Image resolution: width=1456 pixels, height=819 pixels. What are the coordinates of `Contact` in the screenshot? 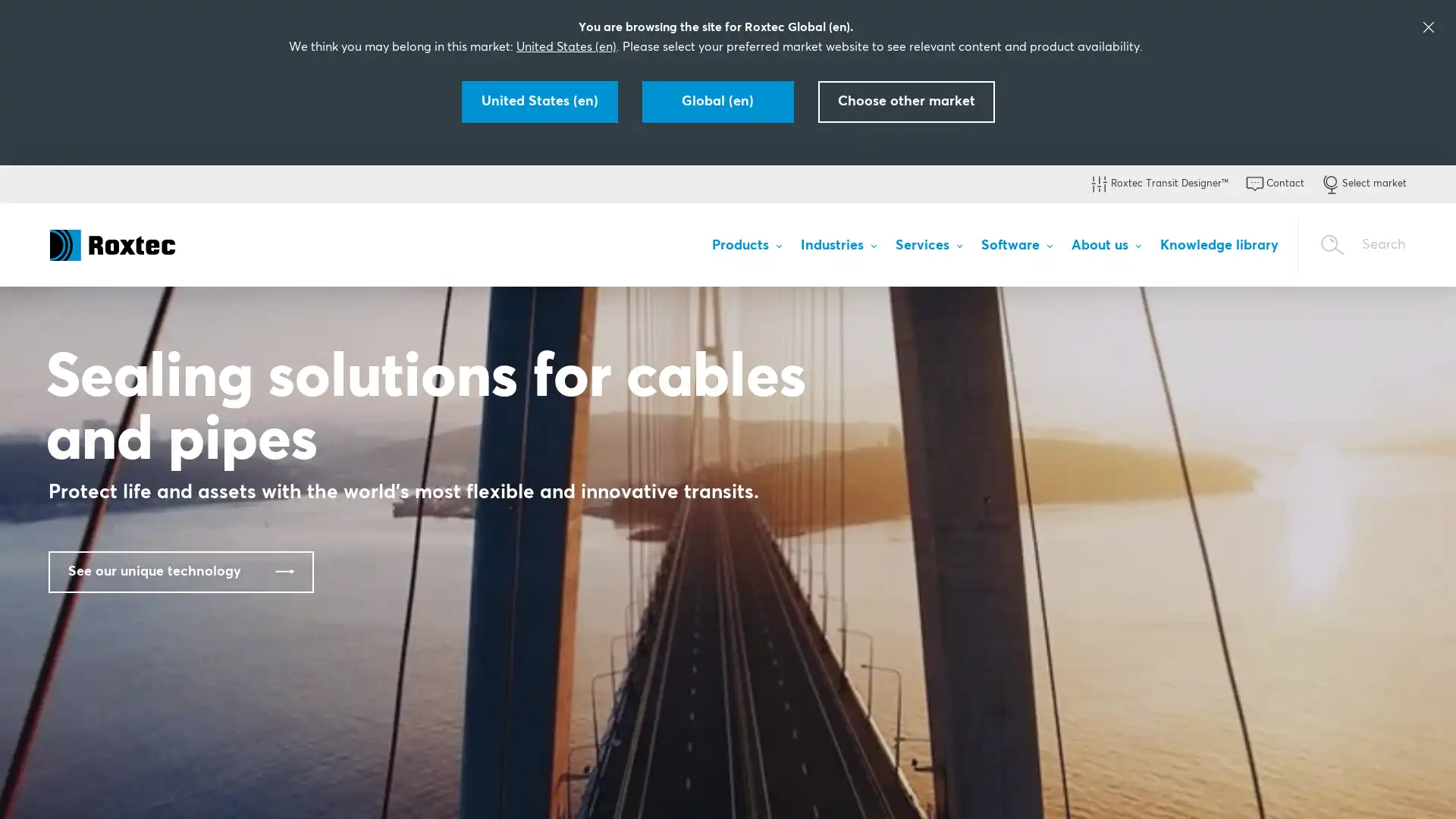 It's located at (1274, 184).